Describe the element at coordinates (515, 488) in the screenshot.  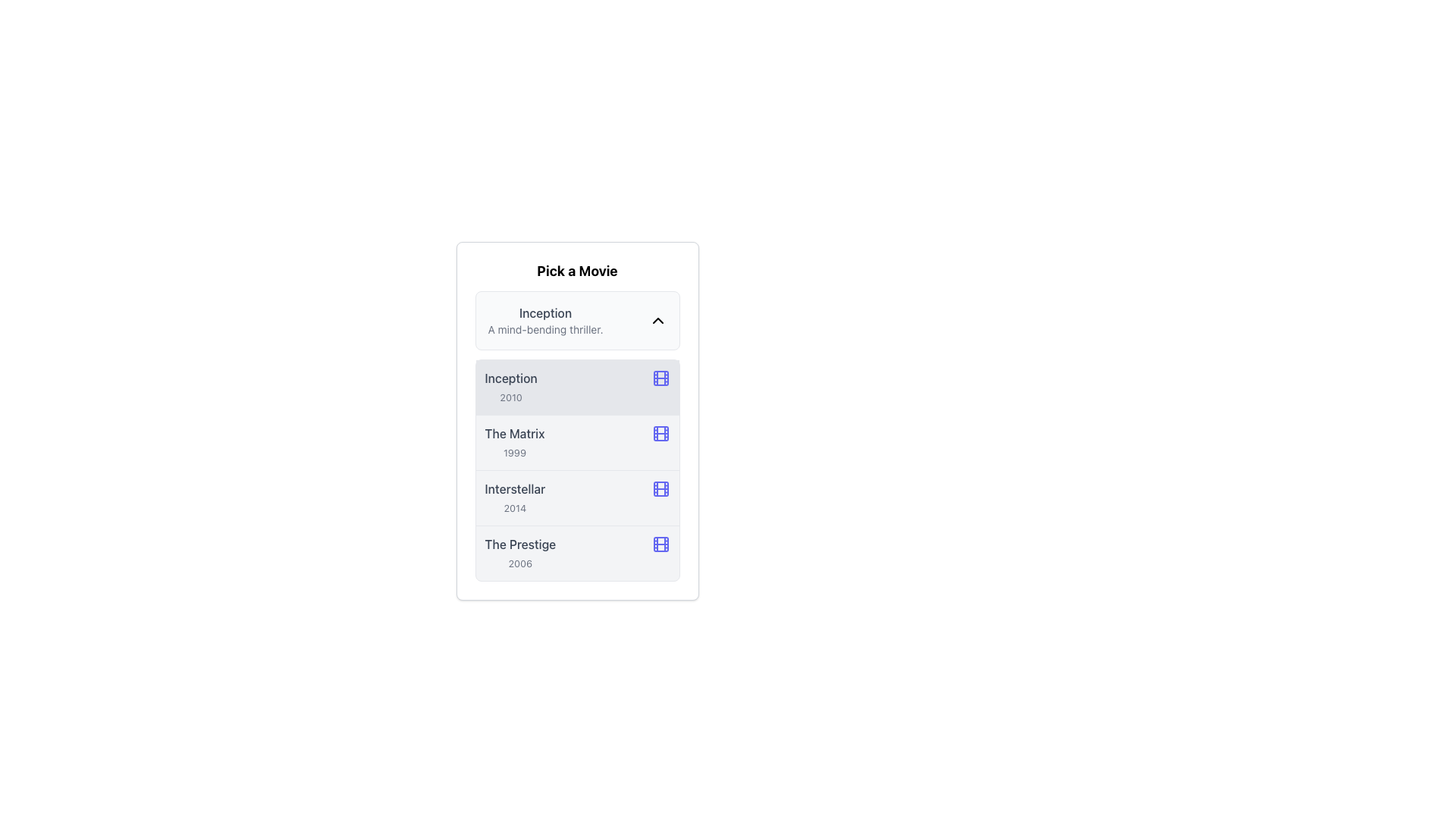
I see `text label representing the movie title located in the third item of the vertically stacked list, which is positioned underneath 'The Matrix' and above 'The Prestige'` at that location.